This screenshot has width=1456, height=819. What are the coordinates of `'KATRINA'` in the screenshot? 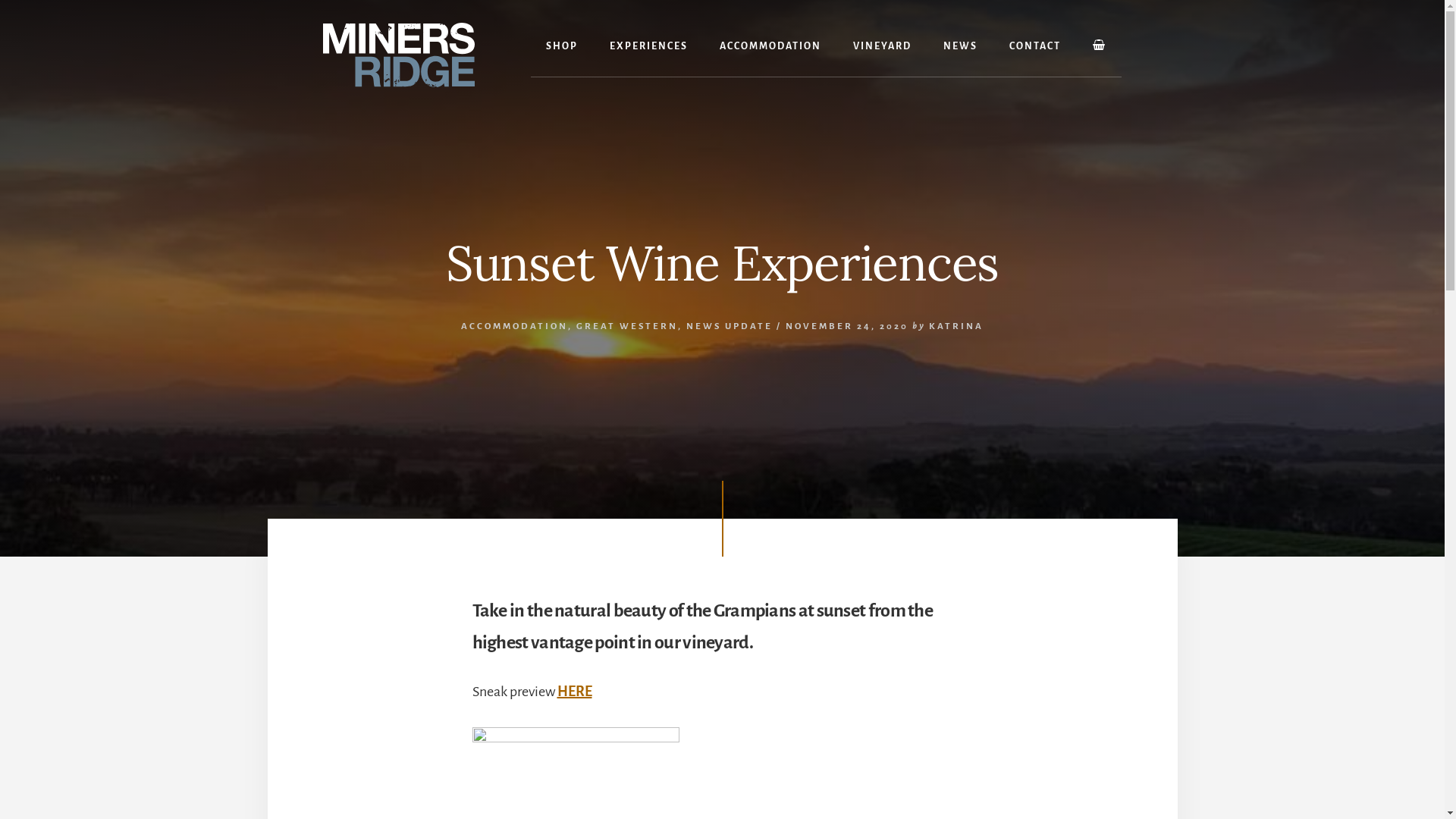 It's located at (927, 325).